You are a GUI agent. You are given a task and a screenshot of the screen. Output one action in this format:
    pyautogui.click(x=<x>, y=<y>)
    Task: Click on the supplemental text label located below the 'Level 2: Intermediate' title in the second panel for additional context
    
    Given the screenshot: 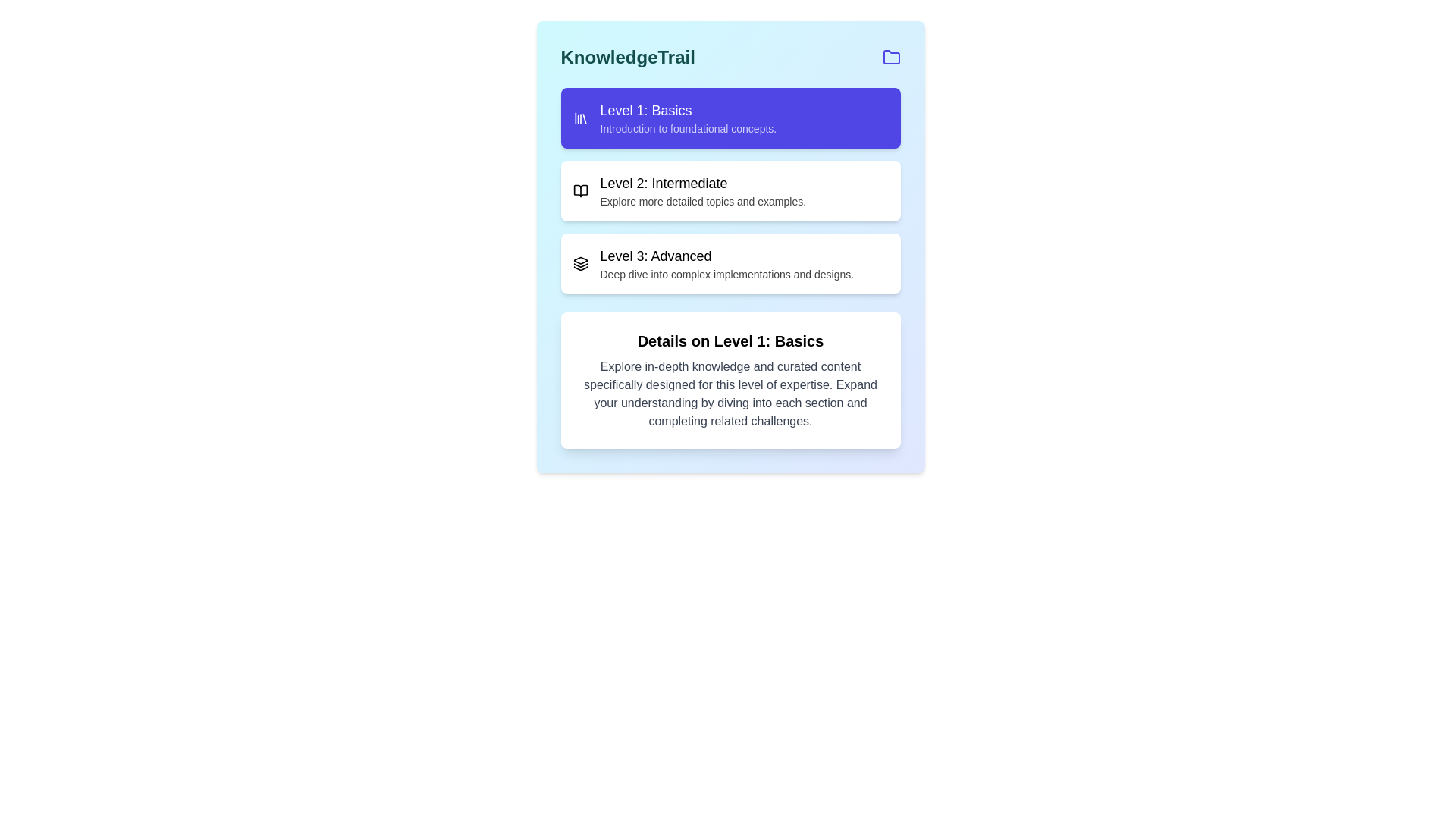 What is the action you would take?
    pyautogui.click(x=702, y=201)
    